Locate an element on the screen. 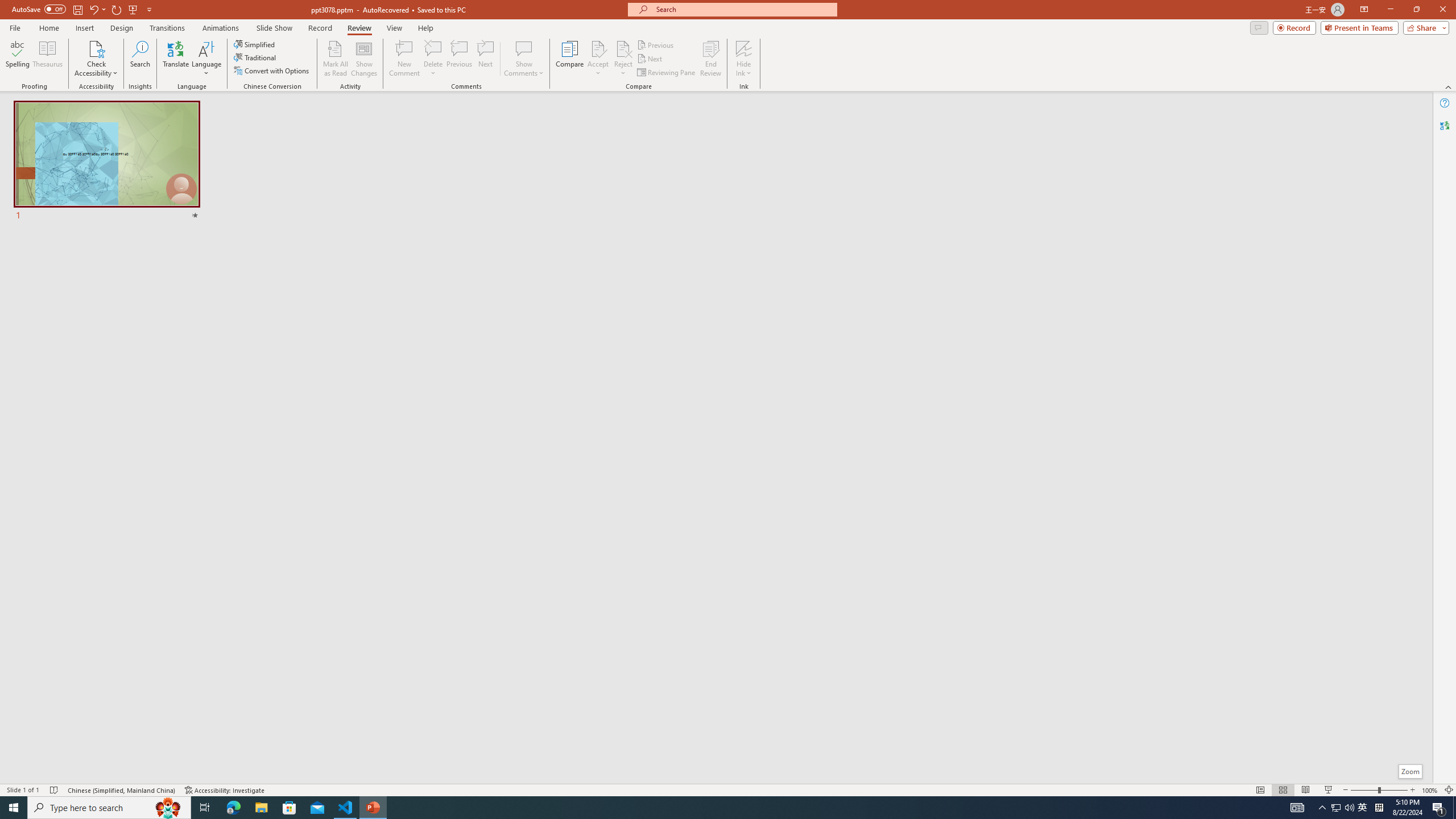 The width and height of the screenshot is (1456, 819). 'Convert with Options...' is located at coordinates (271, 69).